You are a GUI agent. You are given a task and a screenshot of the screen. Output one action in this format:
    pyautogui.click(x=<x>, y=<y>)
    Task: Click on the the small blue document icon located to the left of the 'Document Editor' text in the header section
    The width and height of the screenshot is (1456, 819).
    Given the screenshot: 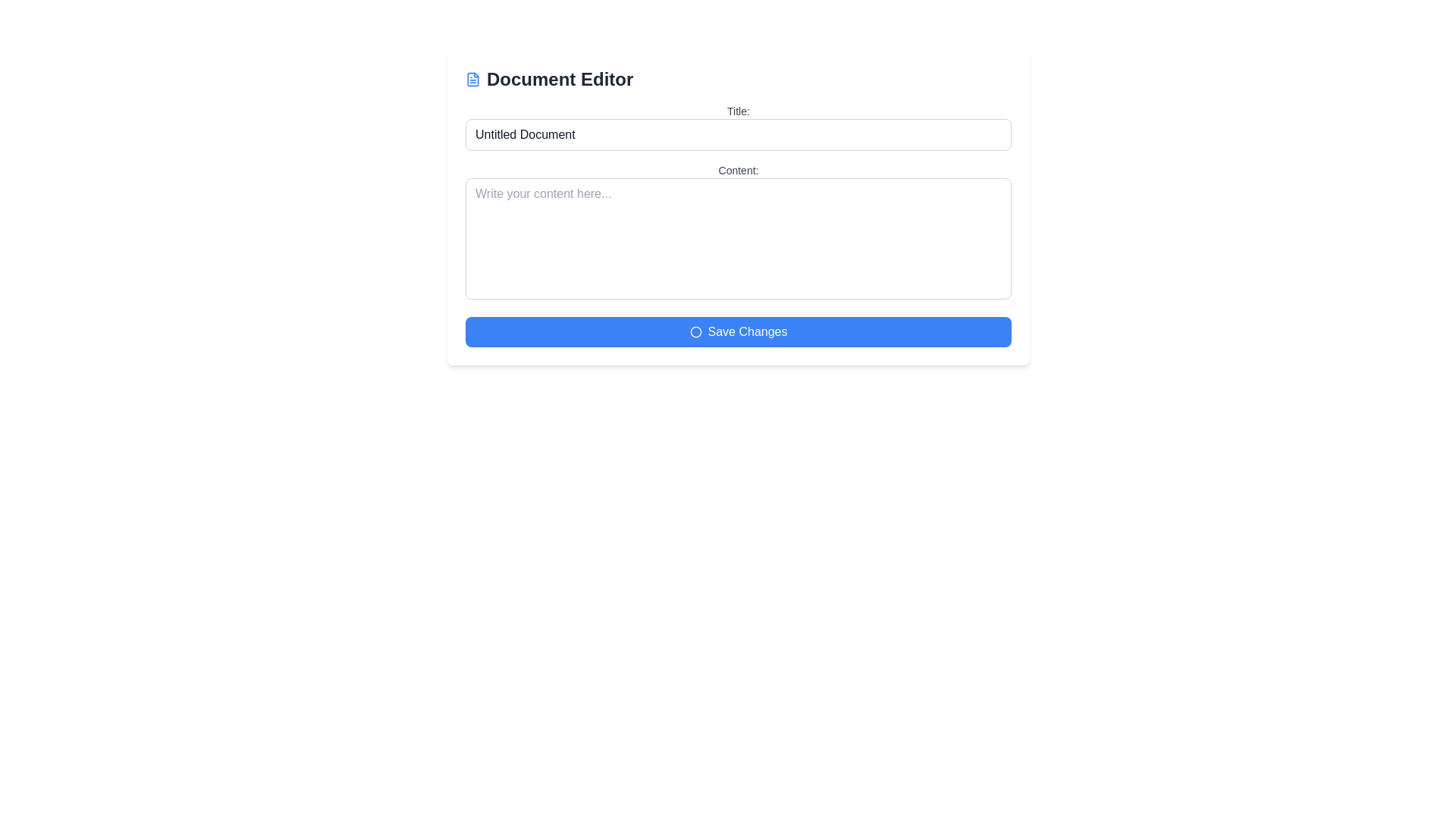 What is the action you would take?
    pyautogui.click(x=472, y=79)
    